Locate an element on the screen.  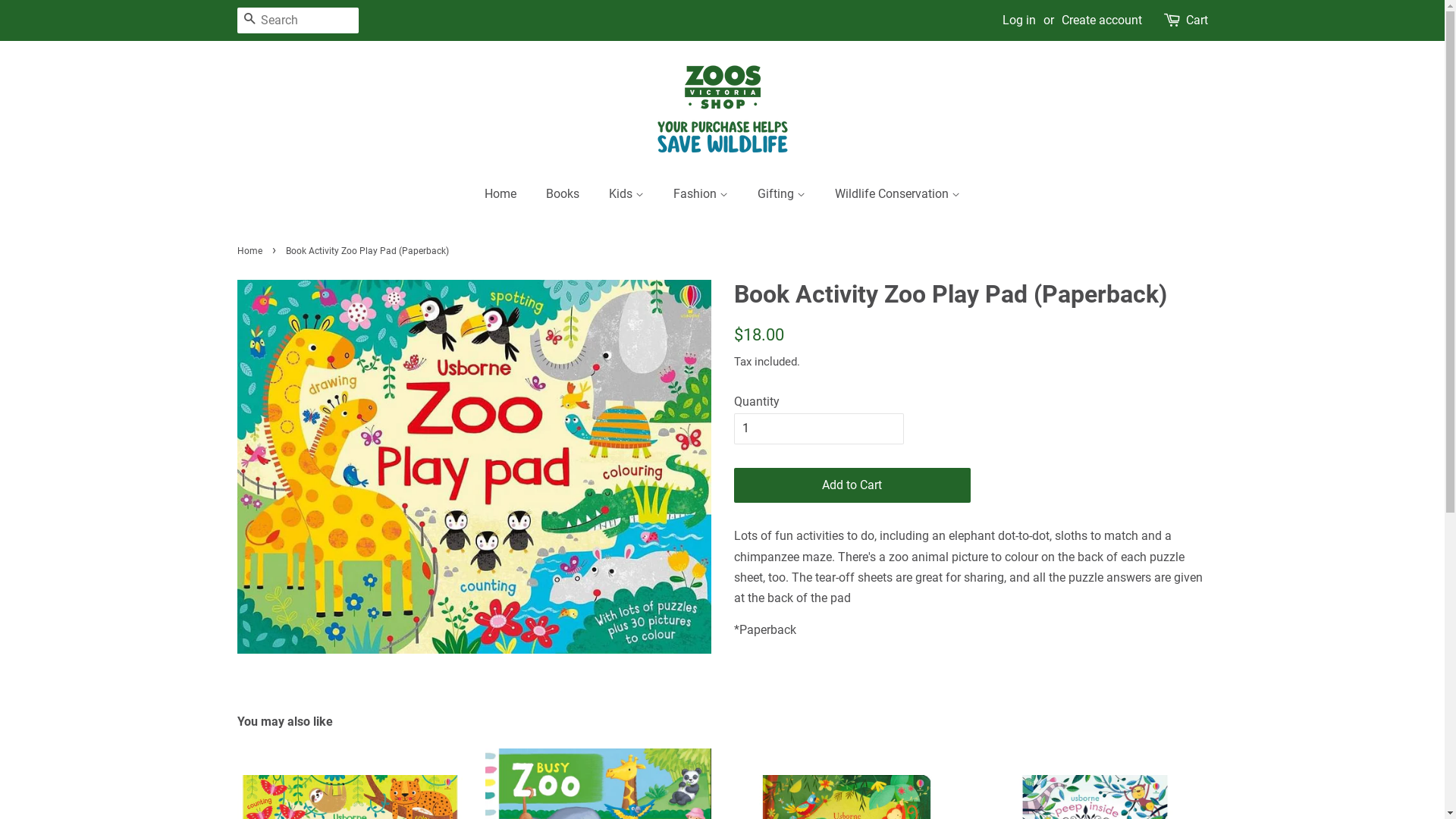
'Cart' is located at coordinates (1196, 20).